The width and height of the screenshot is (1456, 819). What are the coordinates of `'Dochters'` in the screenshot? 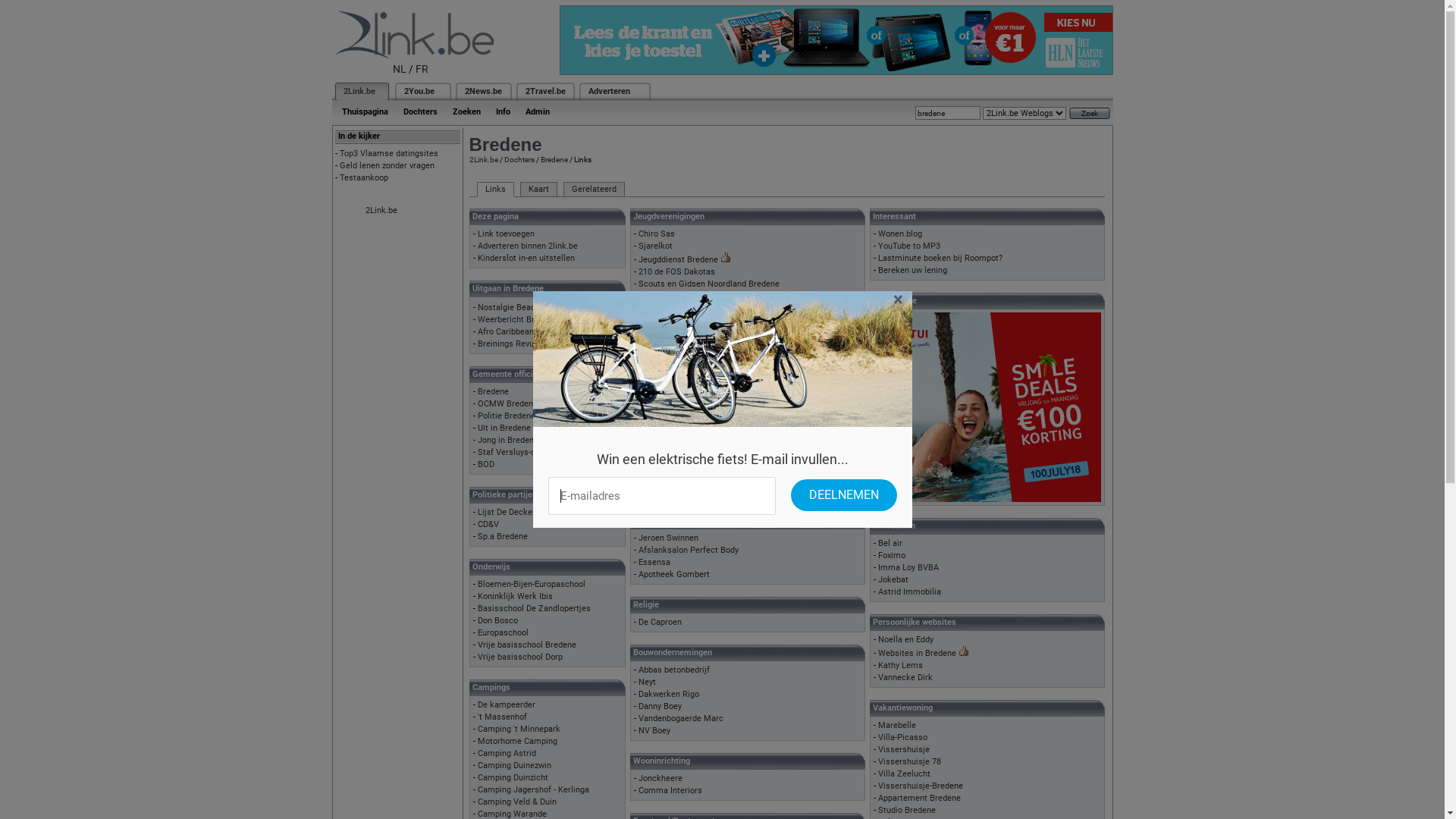 It's located at (518, 159).